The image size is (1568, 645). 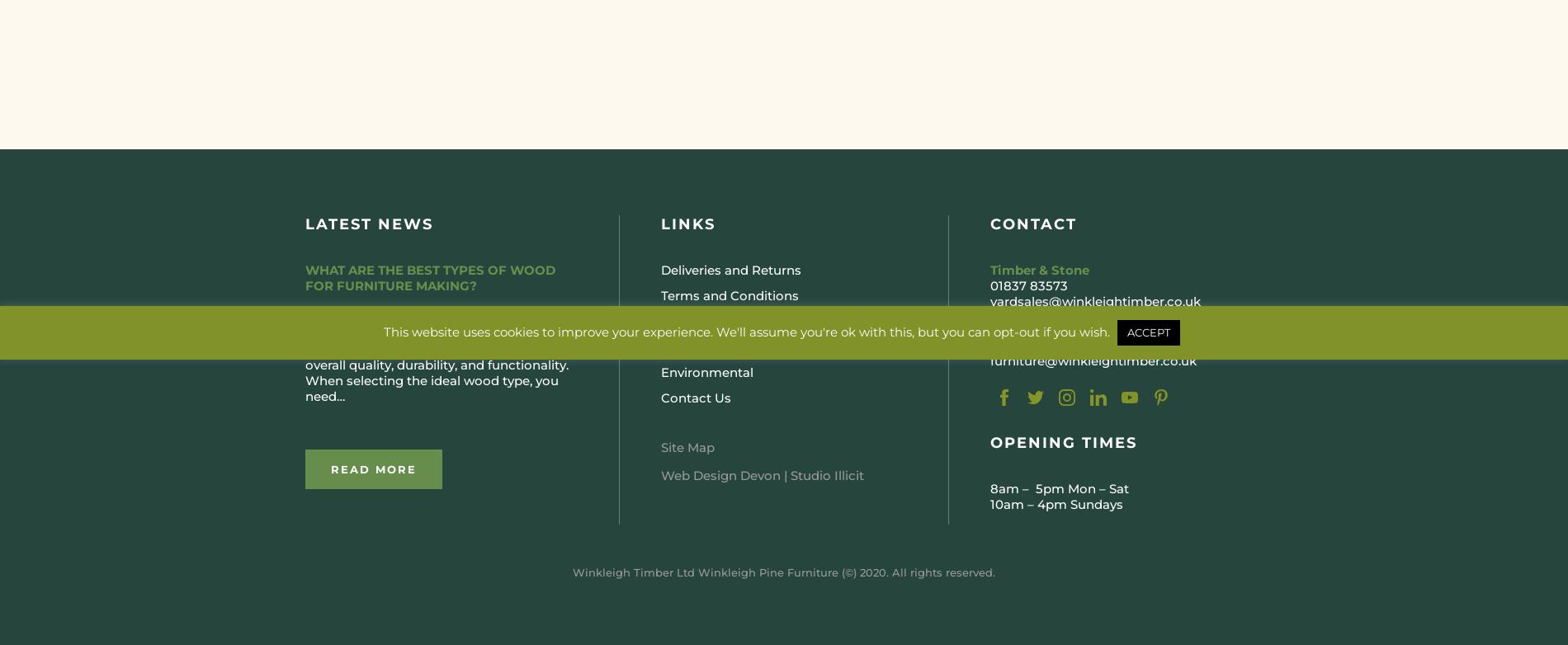 What do you see at coordinates (989, 285) in the screenshot?
I see `'01837 83573'` at bounding box center [989, 285].